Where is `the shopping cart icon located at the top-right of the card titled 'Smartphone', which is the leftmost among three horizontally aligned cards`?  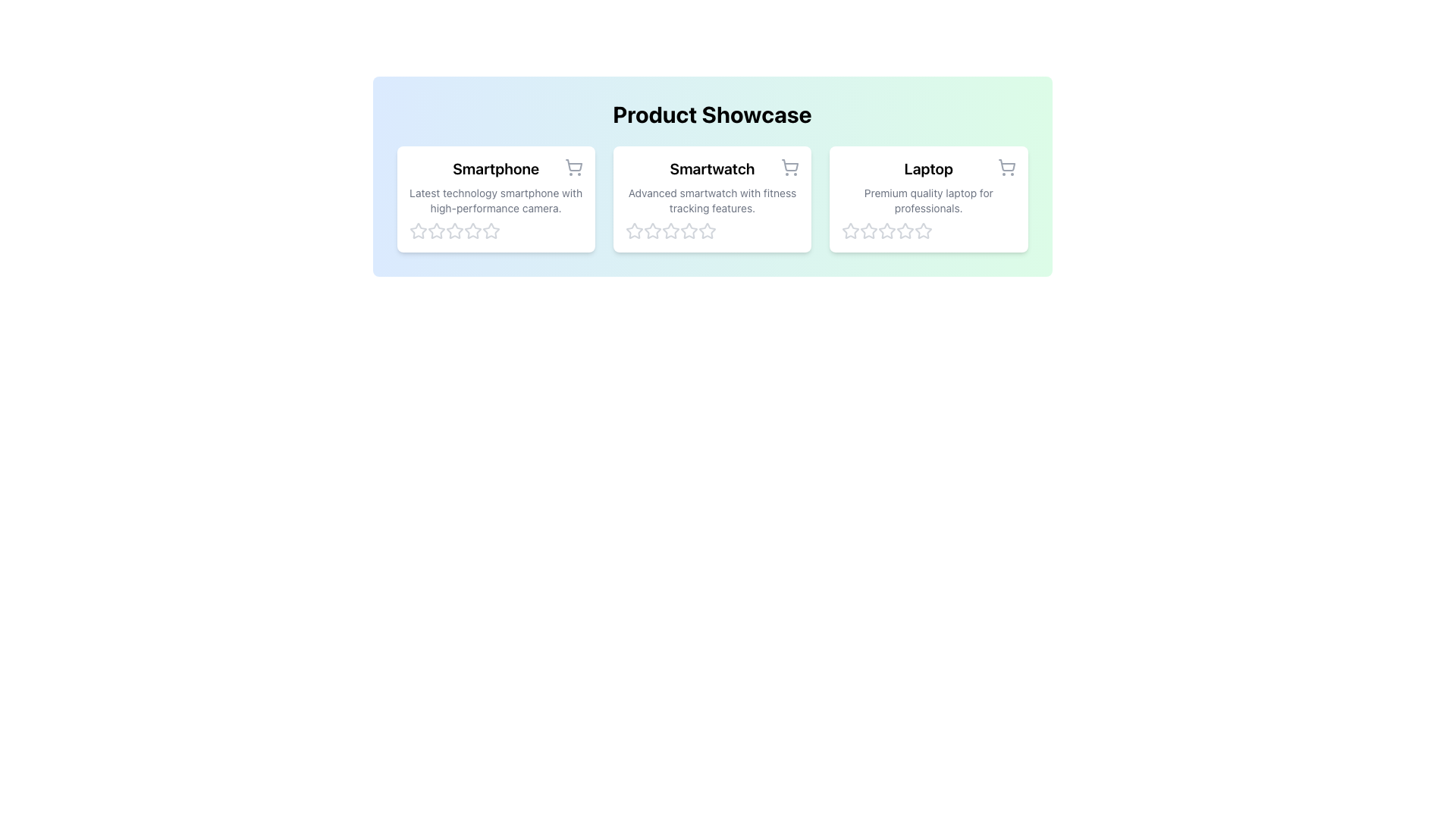
the shopping cart icon located at the top-right of the card titled 'Smartphone', which is the leftmost among three horizontally aligned cards is located at coordinates (573, 167).